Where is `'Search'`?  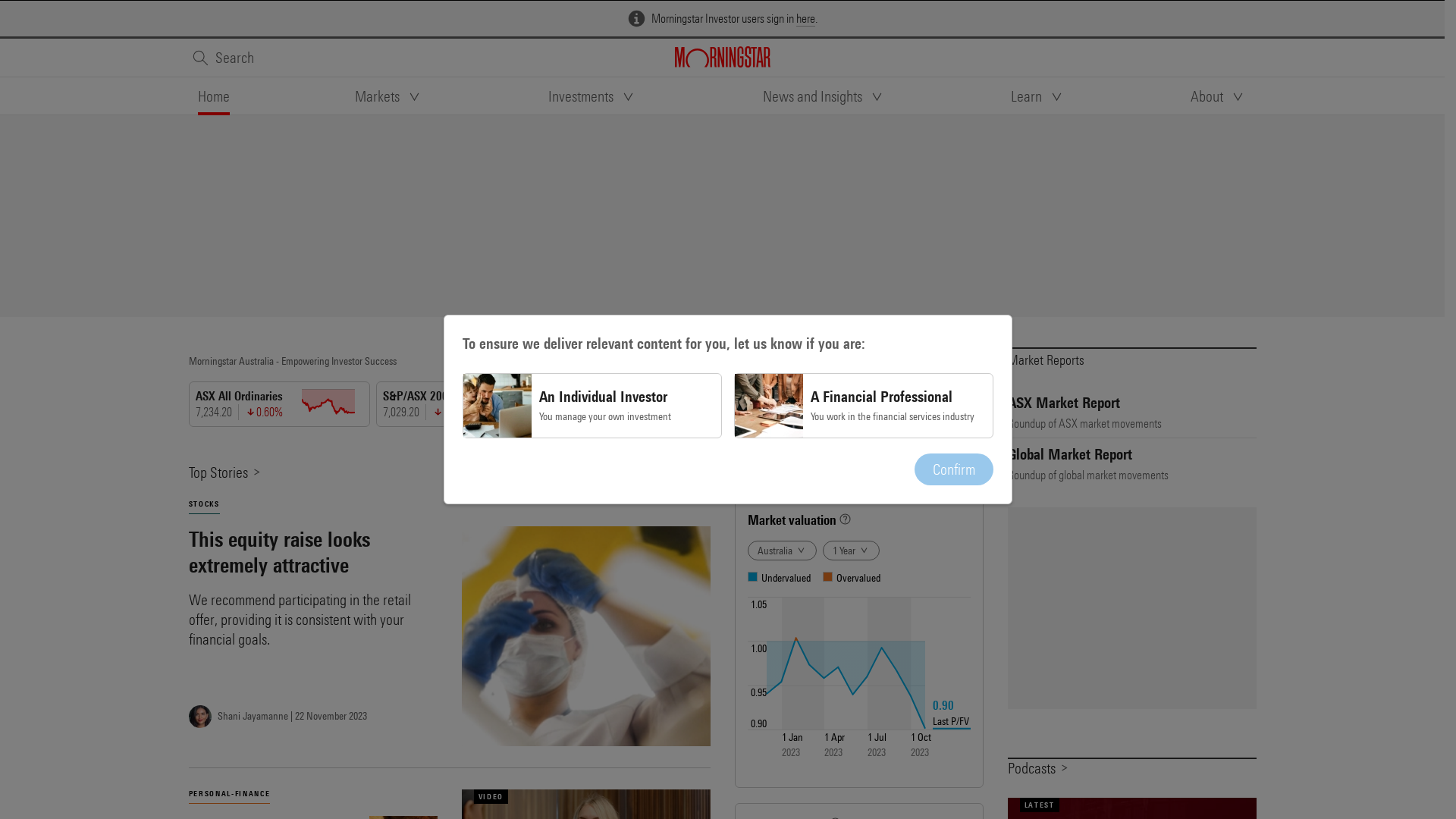 'Search' is located at coordinates (221, 57).